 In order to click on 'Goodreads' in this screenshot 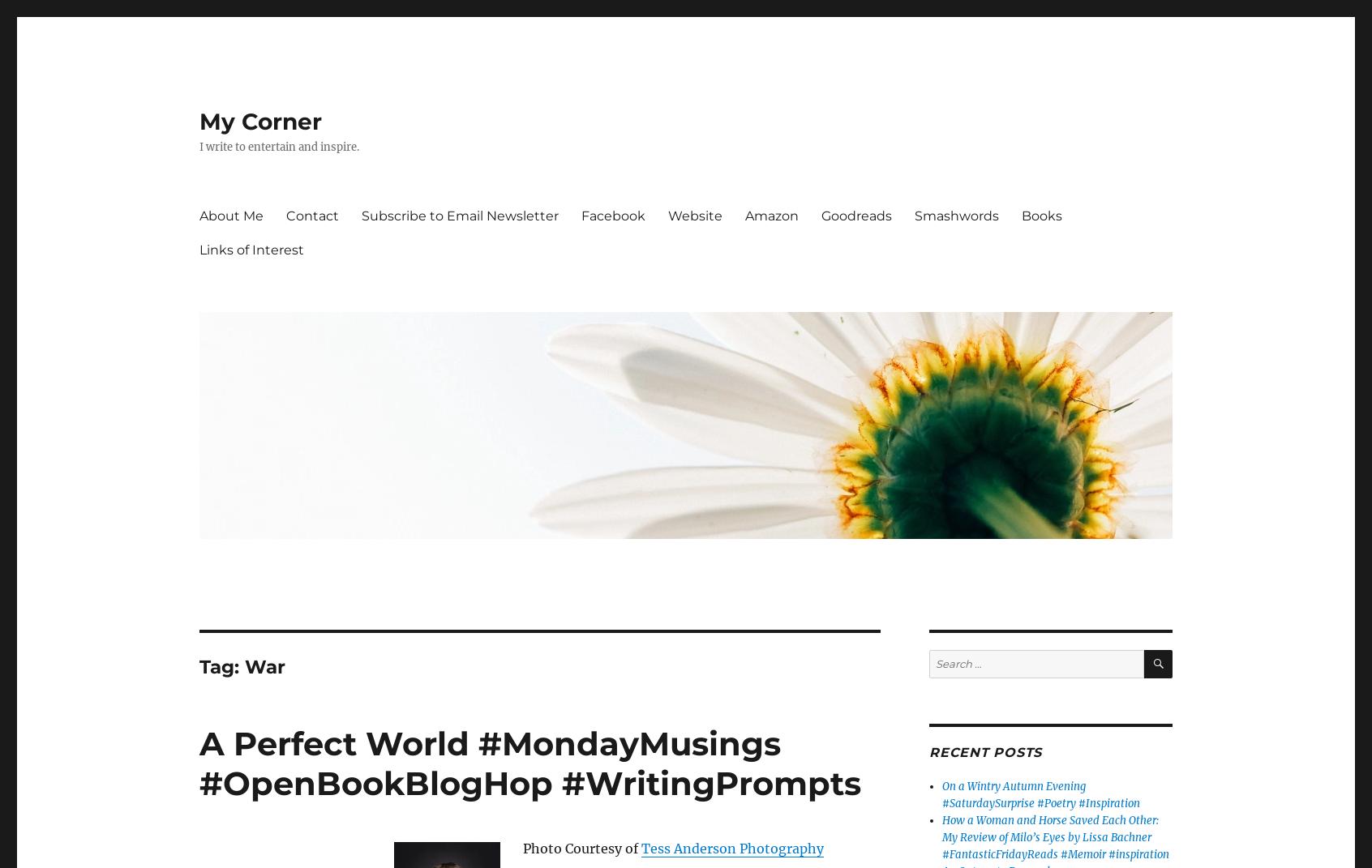, I will do `click(855, 215)`.